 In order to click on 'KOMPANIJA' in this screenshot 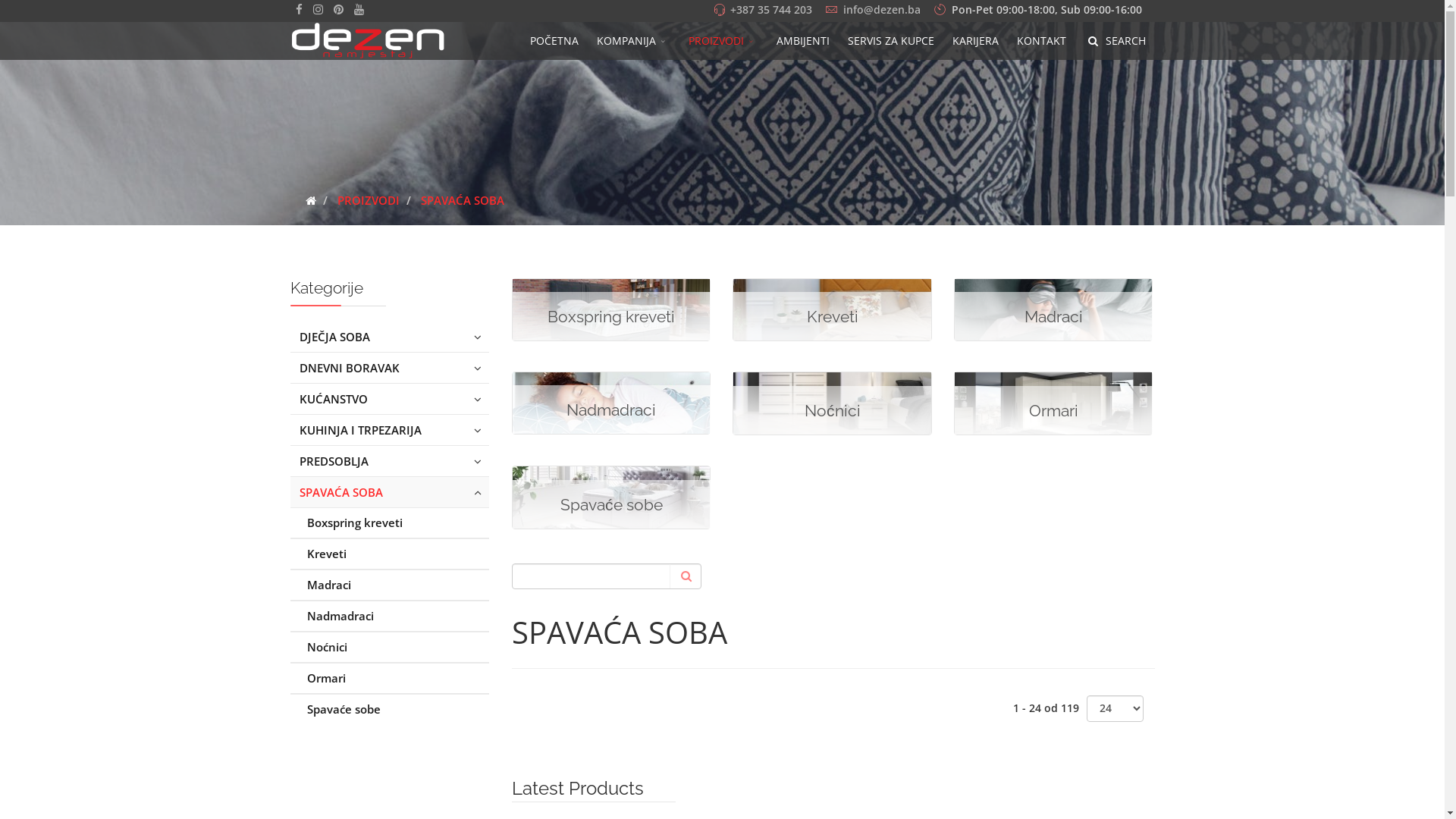, I will do `click(633, 40)`.